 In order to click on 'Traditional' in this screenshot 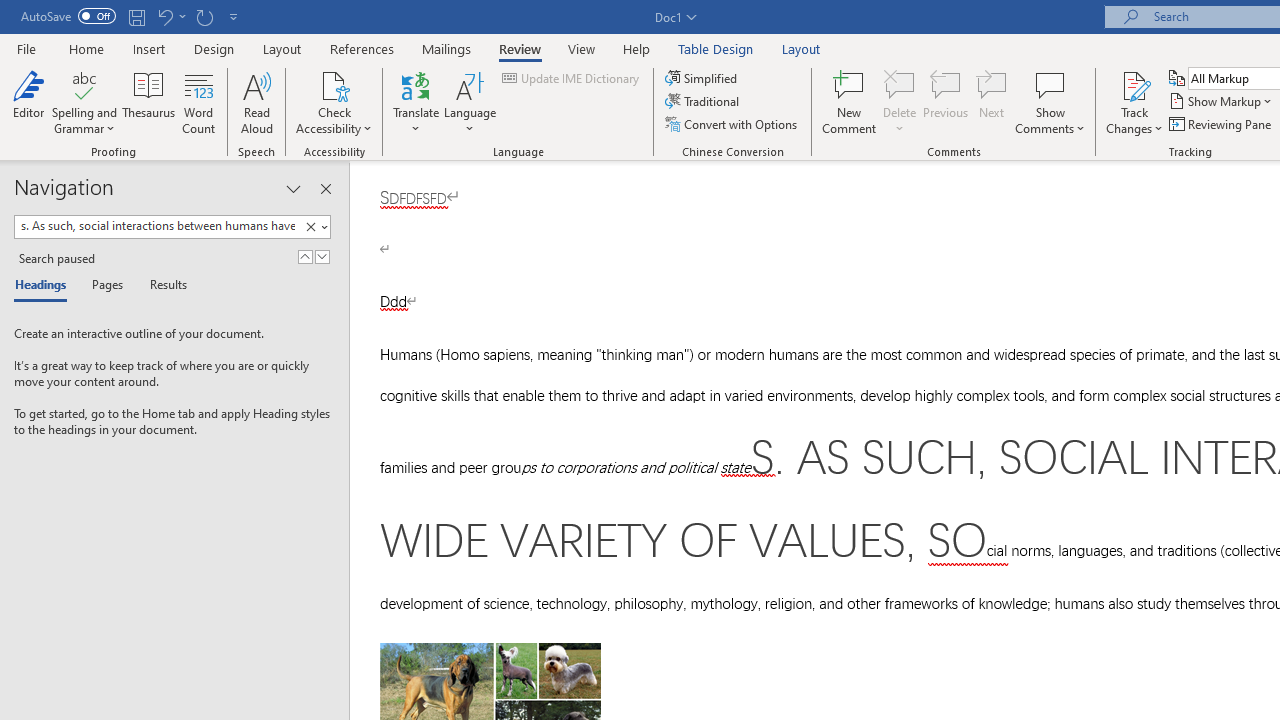, I will do `click(704, 101)`.